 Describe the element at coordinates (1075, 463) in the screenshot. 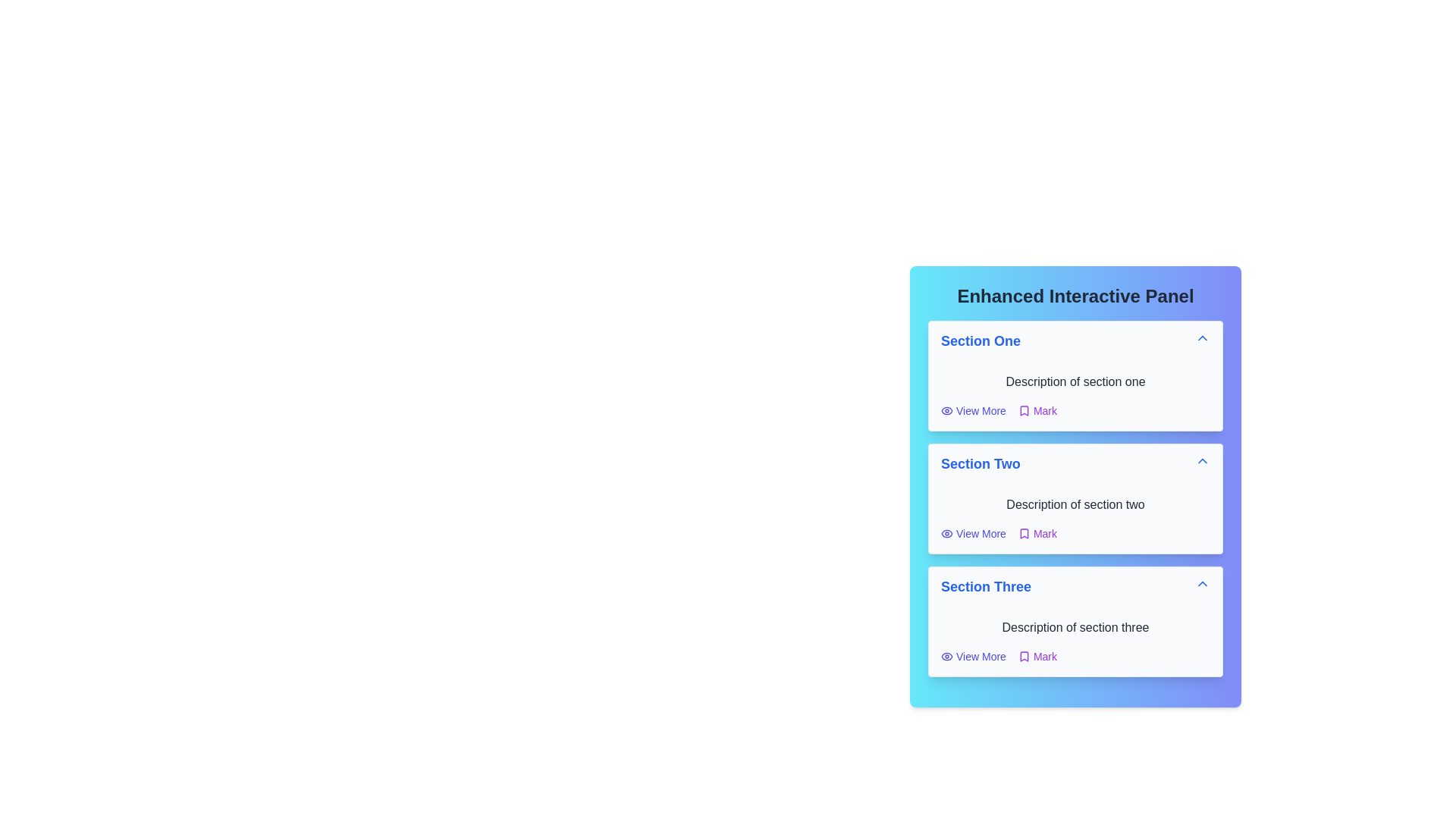

I see `the 'Section Two' title button` at that location.